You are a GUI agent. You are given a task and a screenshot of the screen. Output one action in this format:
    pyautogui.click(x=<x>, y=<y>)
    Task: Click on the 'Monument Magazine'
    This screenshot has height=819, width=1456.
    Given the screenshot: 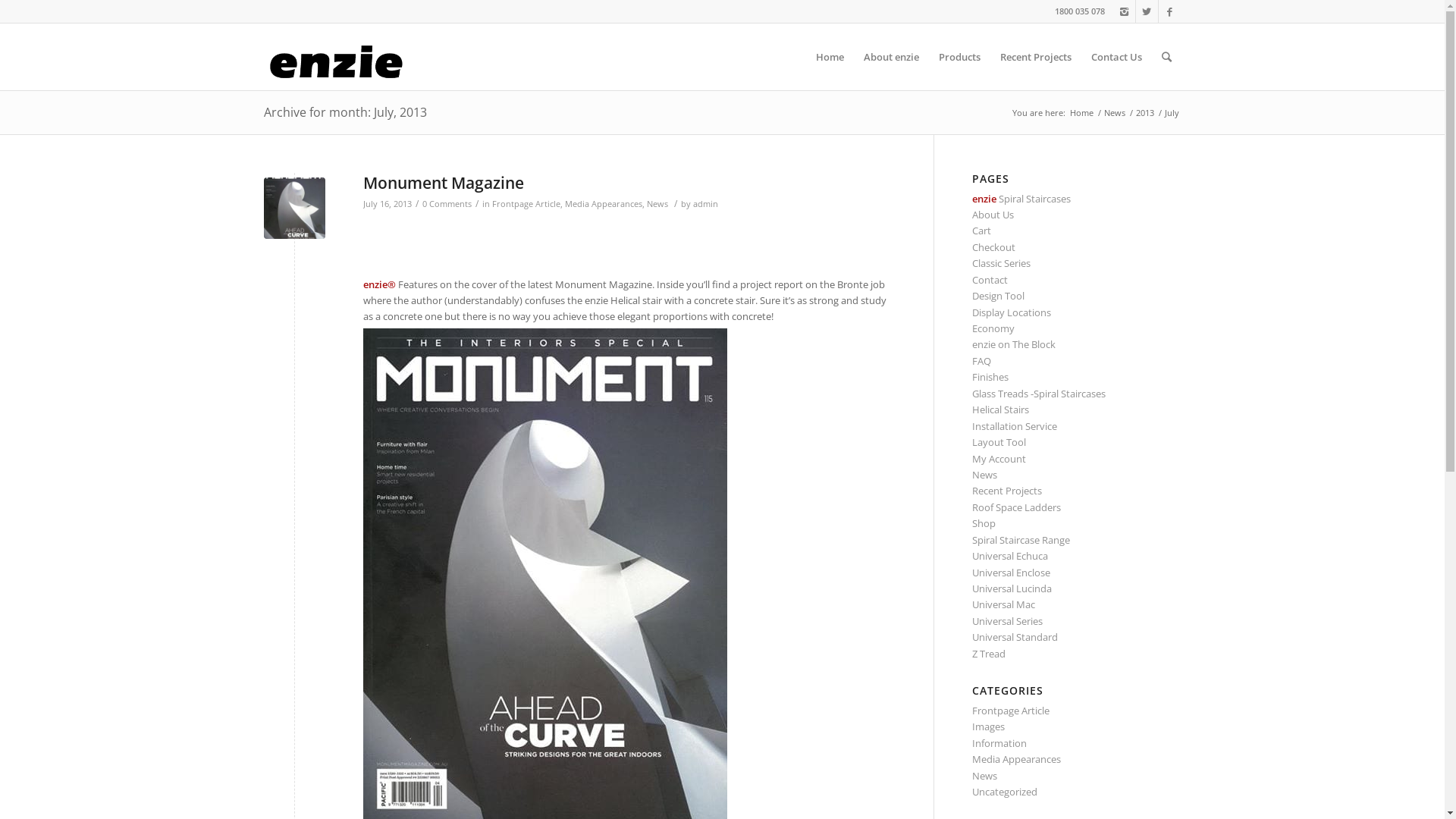 What is the action you would take?
    pyautogui.click(x=294, y=208)
    